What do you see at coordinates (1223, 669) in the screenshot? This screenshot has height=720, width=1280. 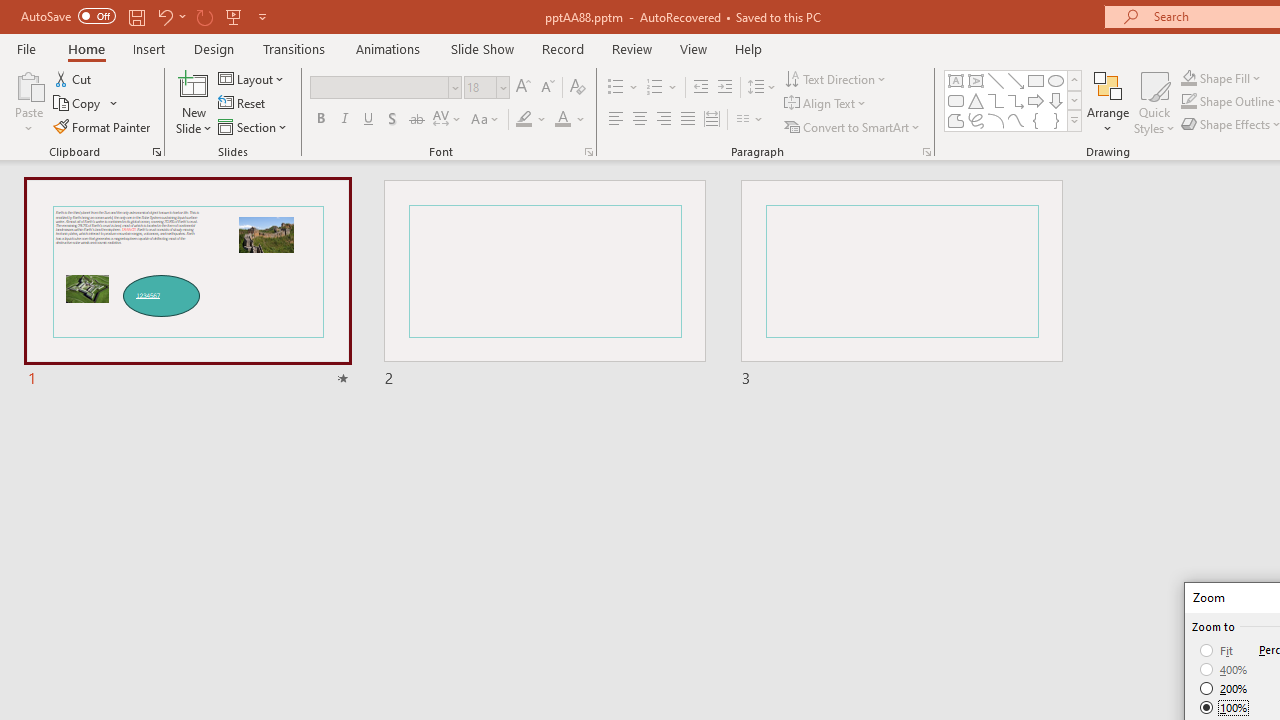 I see `'400%'` at bounding box center [1223, 669].